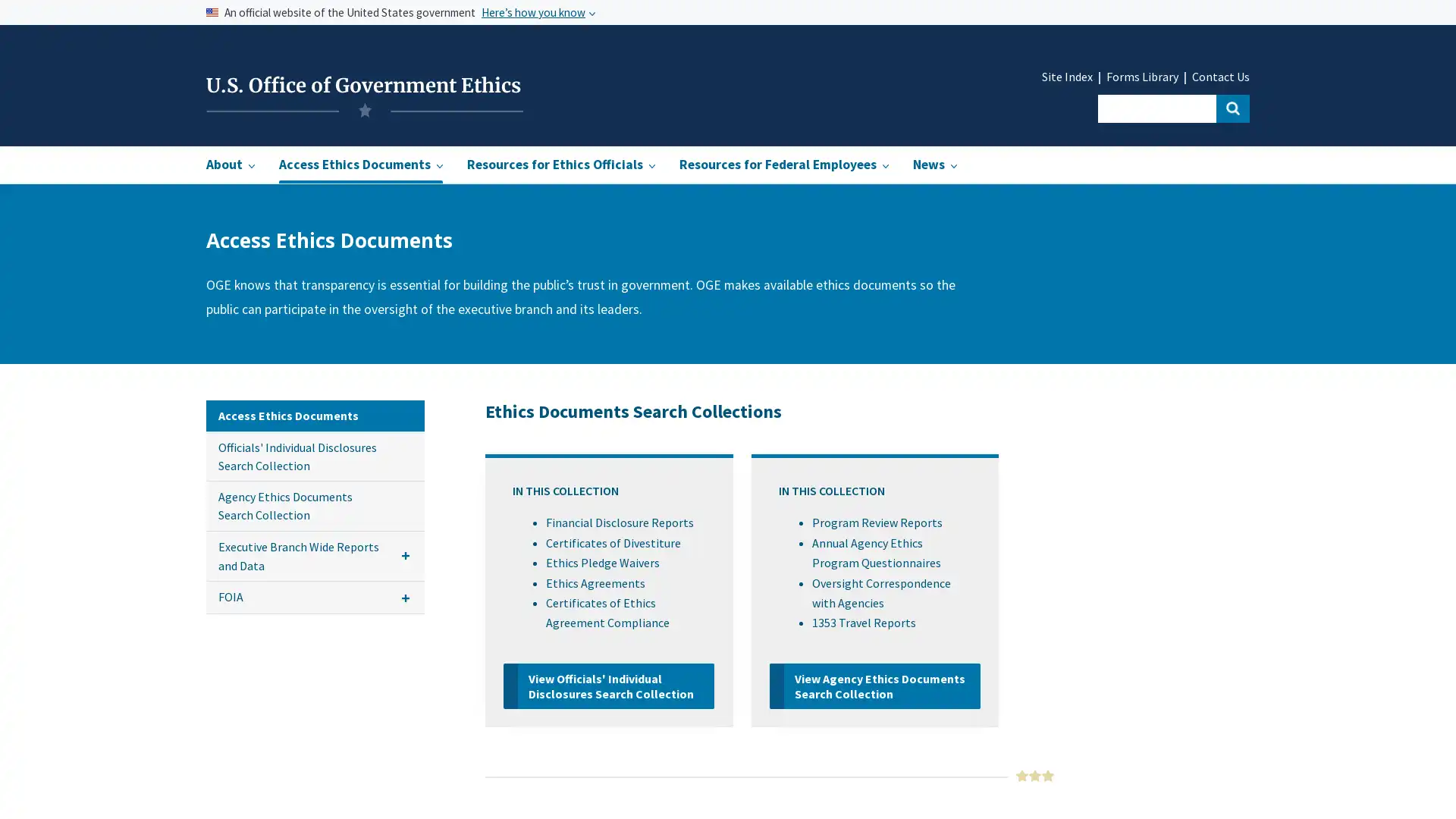 This screenshot has width=1456, height=819. I want to click on FOIA, so click(315, 596).